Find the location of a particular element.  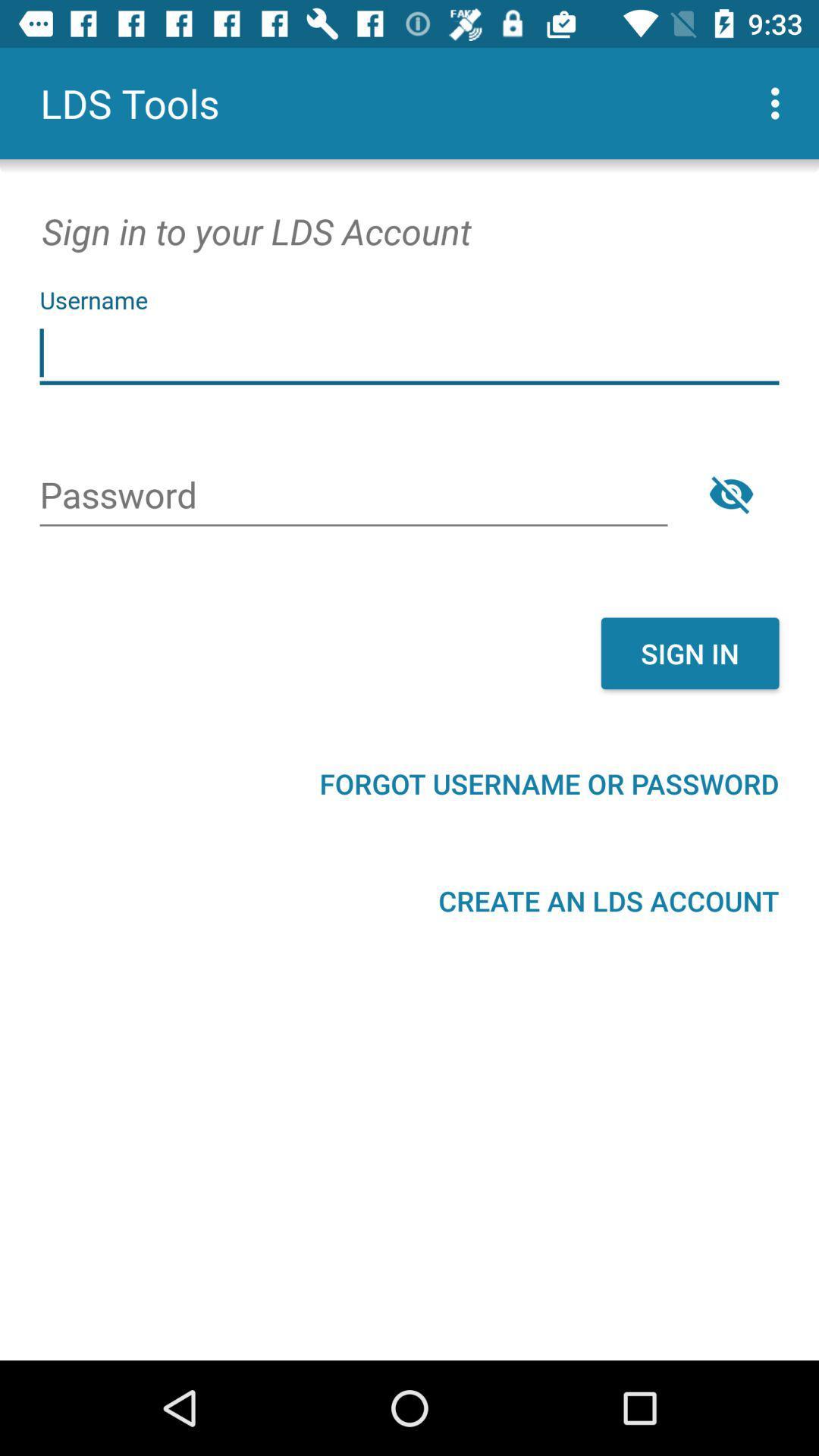

show password is located at coordinates (730, 494).